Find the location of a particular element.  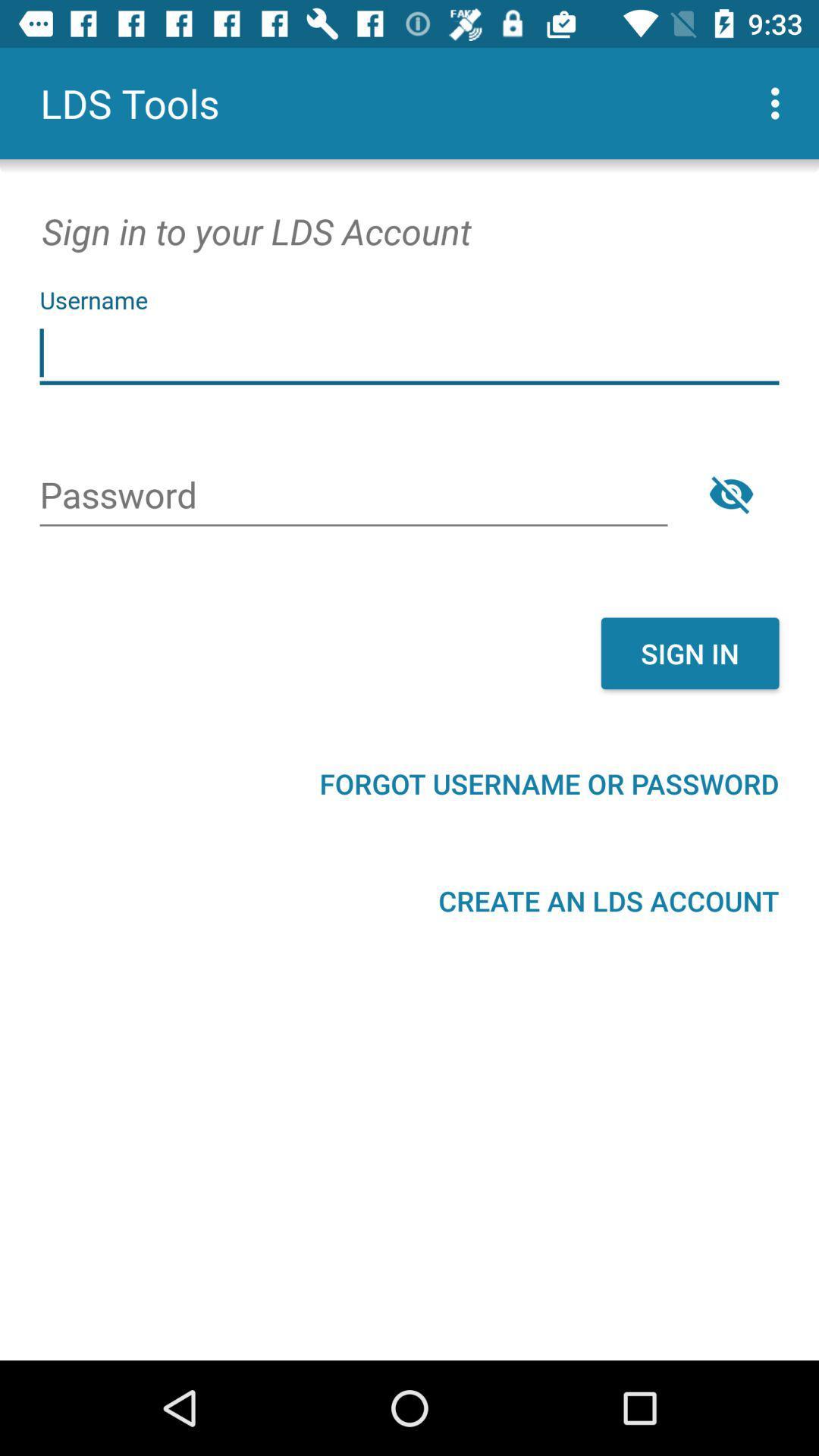

show password is located at coordinates (730, 494).